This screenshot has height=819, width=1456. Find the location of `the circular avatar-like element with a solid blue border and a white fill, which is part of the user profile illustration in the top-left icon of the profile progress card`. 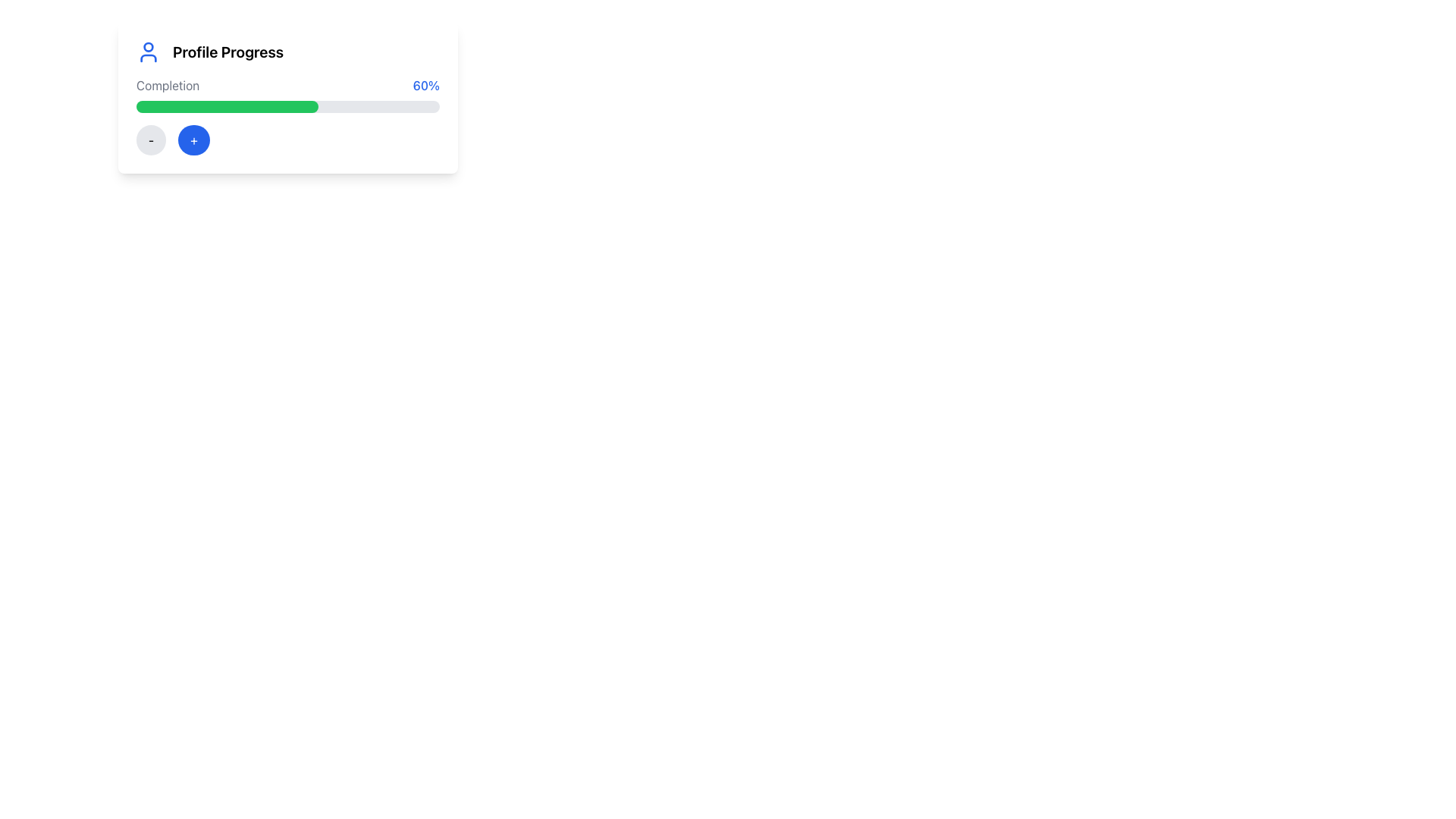

the circular avatar-like element with a solid blue border and a white fill, which is part of the user profile illustration in the top-left icon of the profile progress card is located at coordinates (149, 45).